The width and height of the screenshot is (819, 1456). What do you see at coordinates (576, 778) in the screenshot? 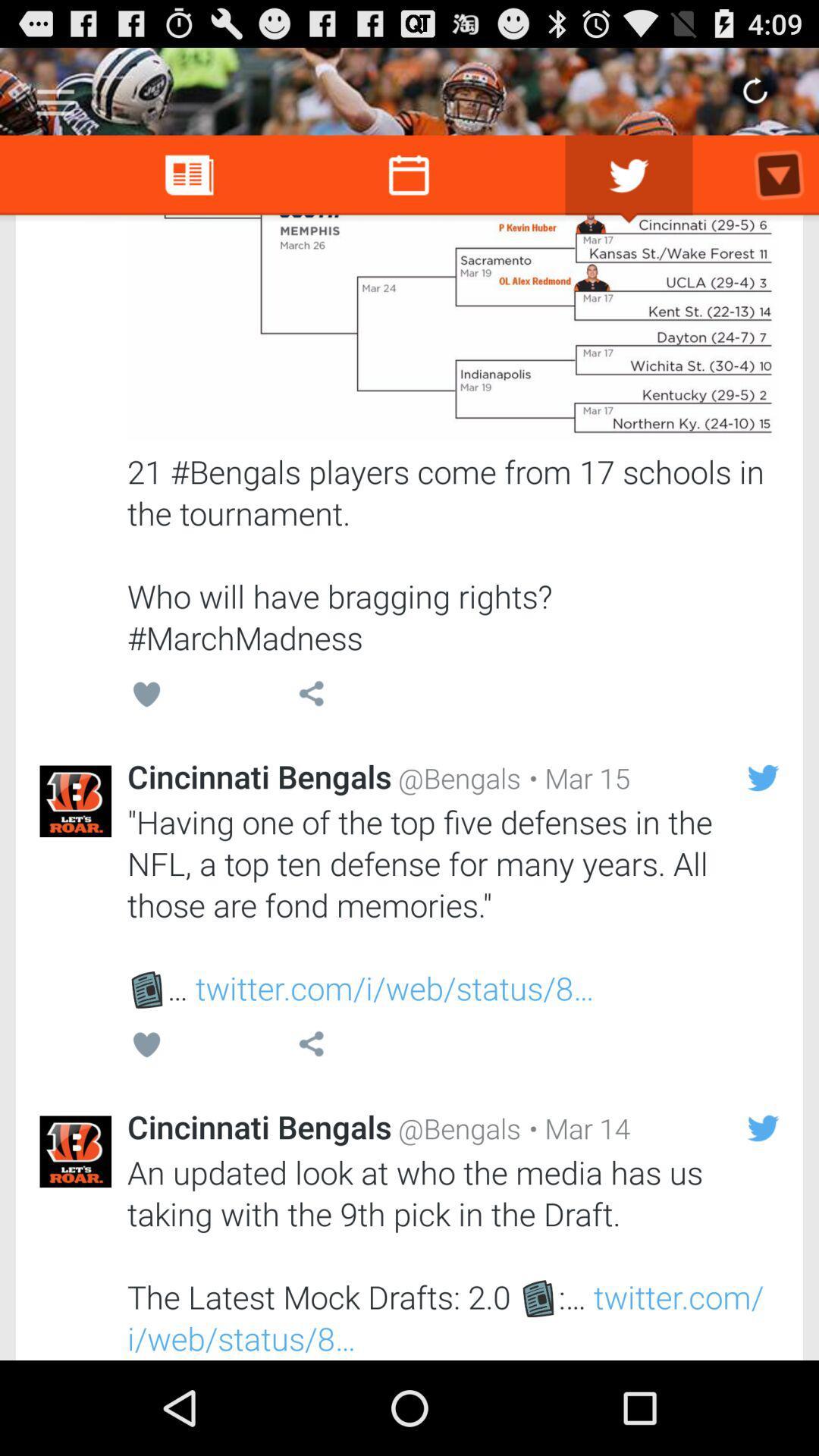
I see `the item to the right of the @bengals item` at bounding box center [576, 778].